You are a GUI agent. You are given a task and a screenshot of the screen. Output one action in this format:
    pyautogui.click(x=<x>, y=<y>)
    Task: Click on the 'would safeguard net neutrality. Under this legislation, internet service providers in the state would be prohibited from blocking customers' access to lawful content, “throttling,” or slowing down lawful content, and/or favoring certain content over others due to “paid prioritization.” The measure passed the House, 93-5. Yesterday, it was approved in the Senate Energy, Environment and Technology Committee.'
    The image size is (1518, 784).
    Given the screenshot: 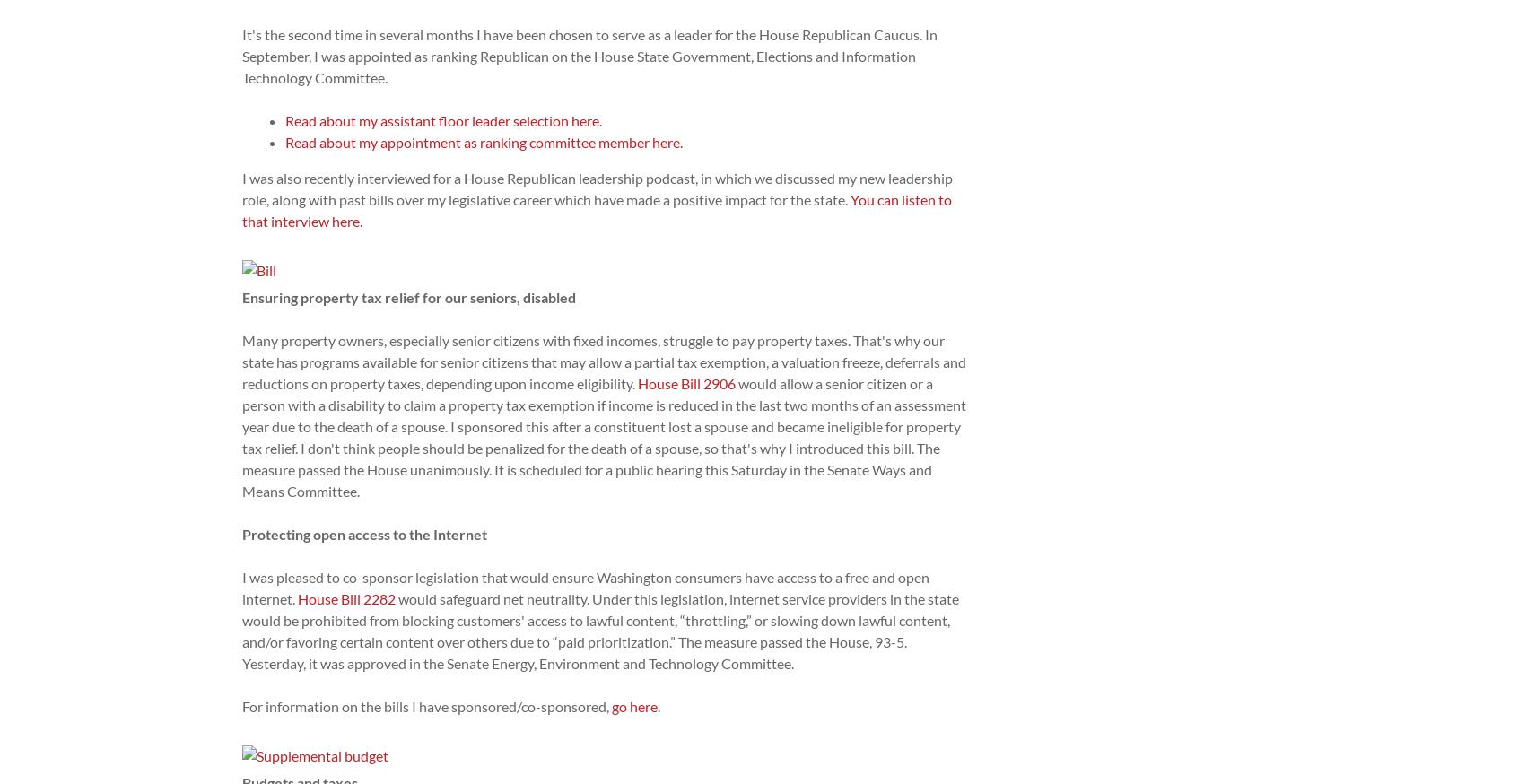 What is the action you would take?
    pyautogui.click(x=242, y=631)
    